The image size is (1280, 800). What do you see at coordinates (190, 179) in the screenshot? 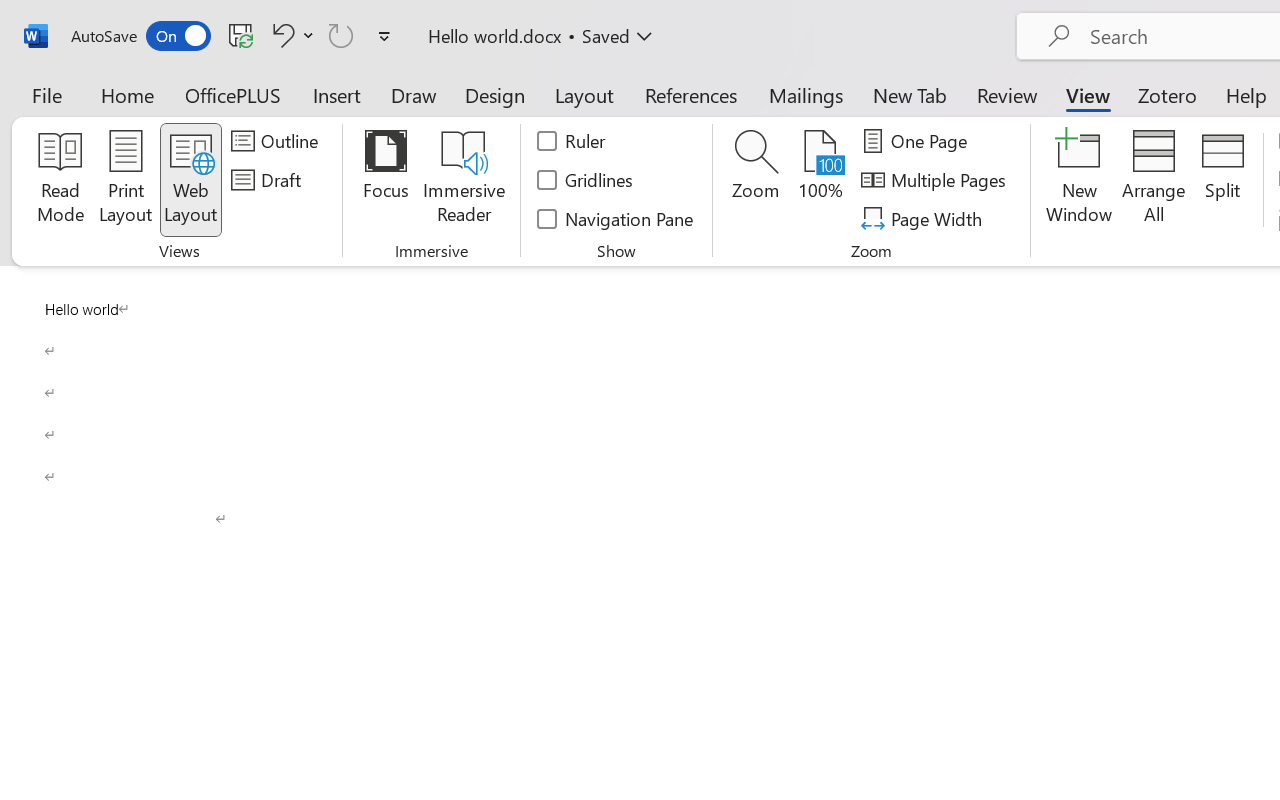
I see `'Web Layout'` at bounding box center [190, 179].